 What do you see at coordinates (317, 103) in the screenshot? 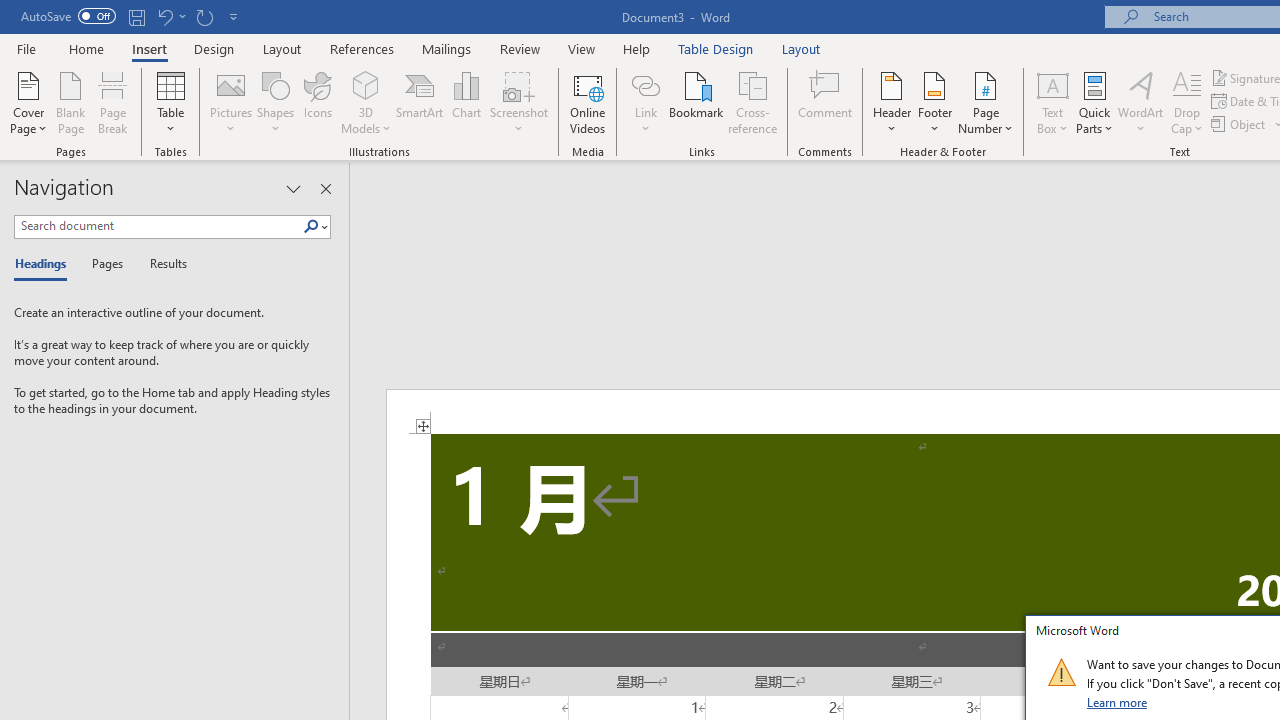
I see `'Icons'` at bounding box center [317, 103].